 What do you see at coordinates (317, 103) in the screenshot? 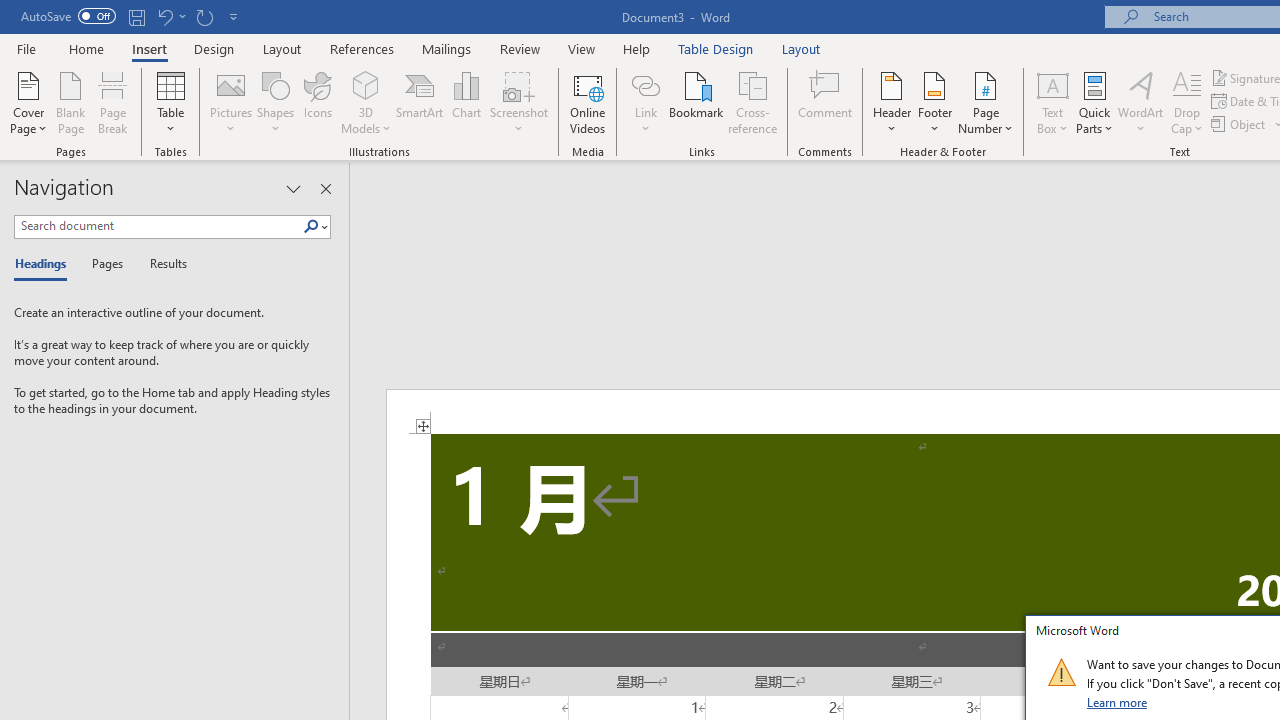
I see `'Icons'` at bounding box center [317, 103].